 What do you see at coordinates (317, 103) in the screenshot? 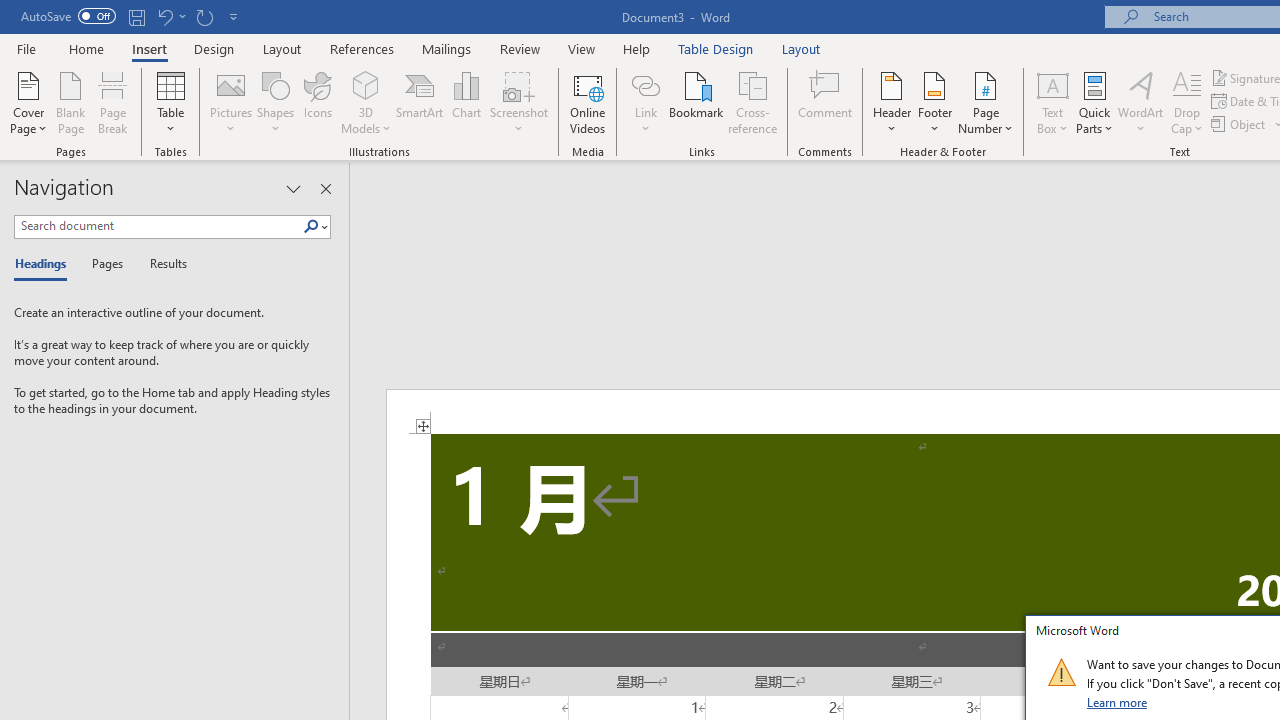
I see `'Icons'` at bounding box center [317, 103].